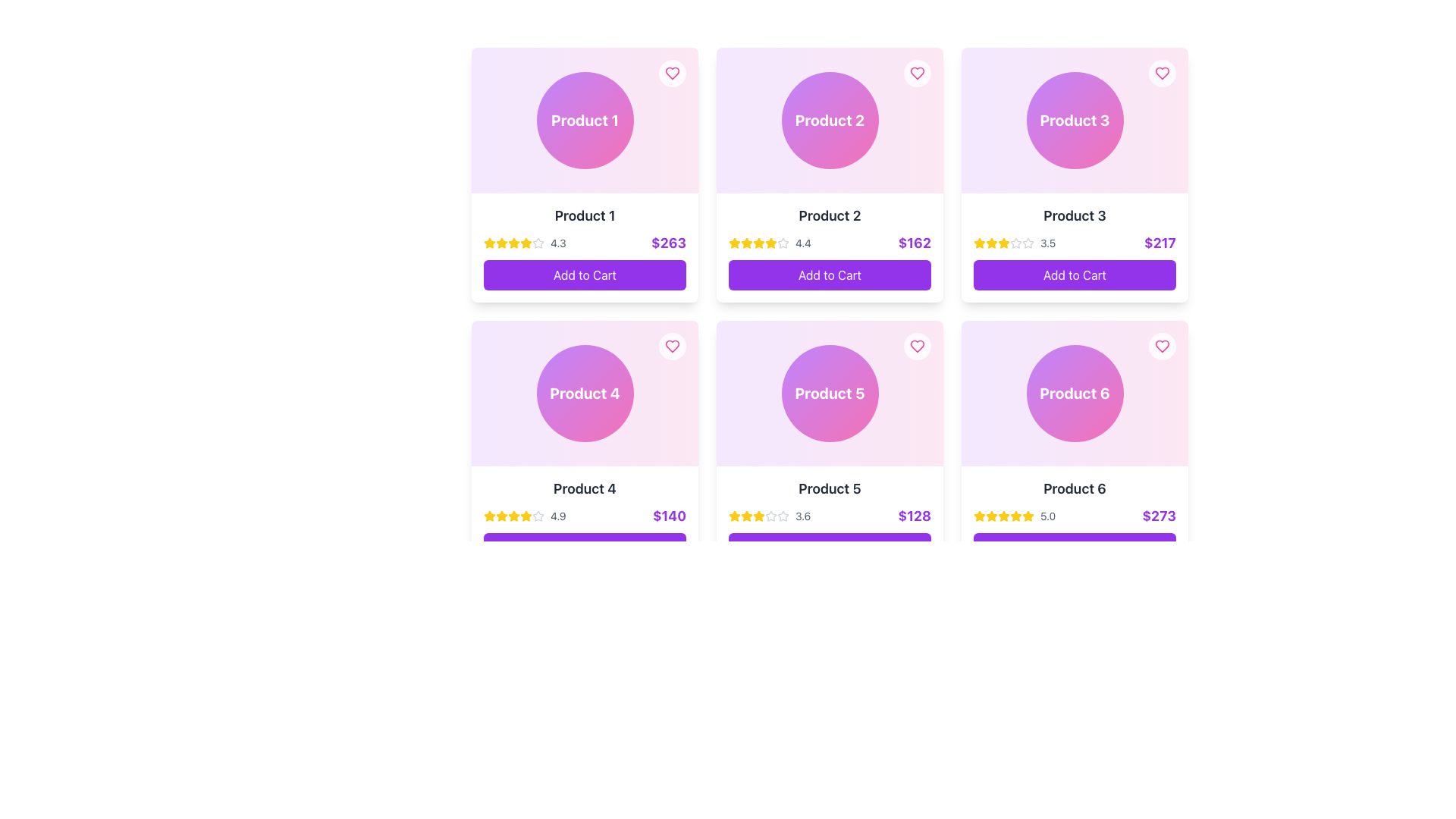 This screenshot has height=819, width=1456. Describe the element at coordinates (758, 242) in the screenshot. I see `the third yellow star icon in the rating section under the 'Product 2' card to rate it` at that location.